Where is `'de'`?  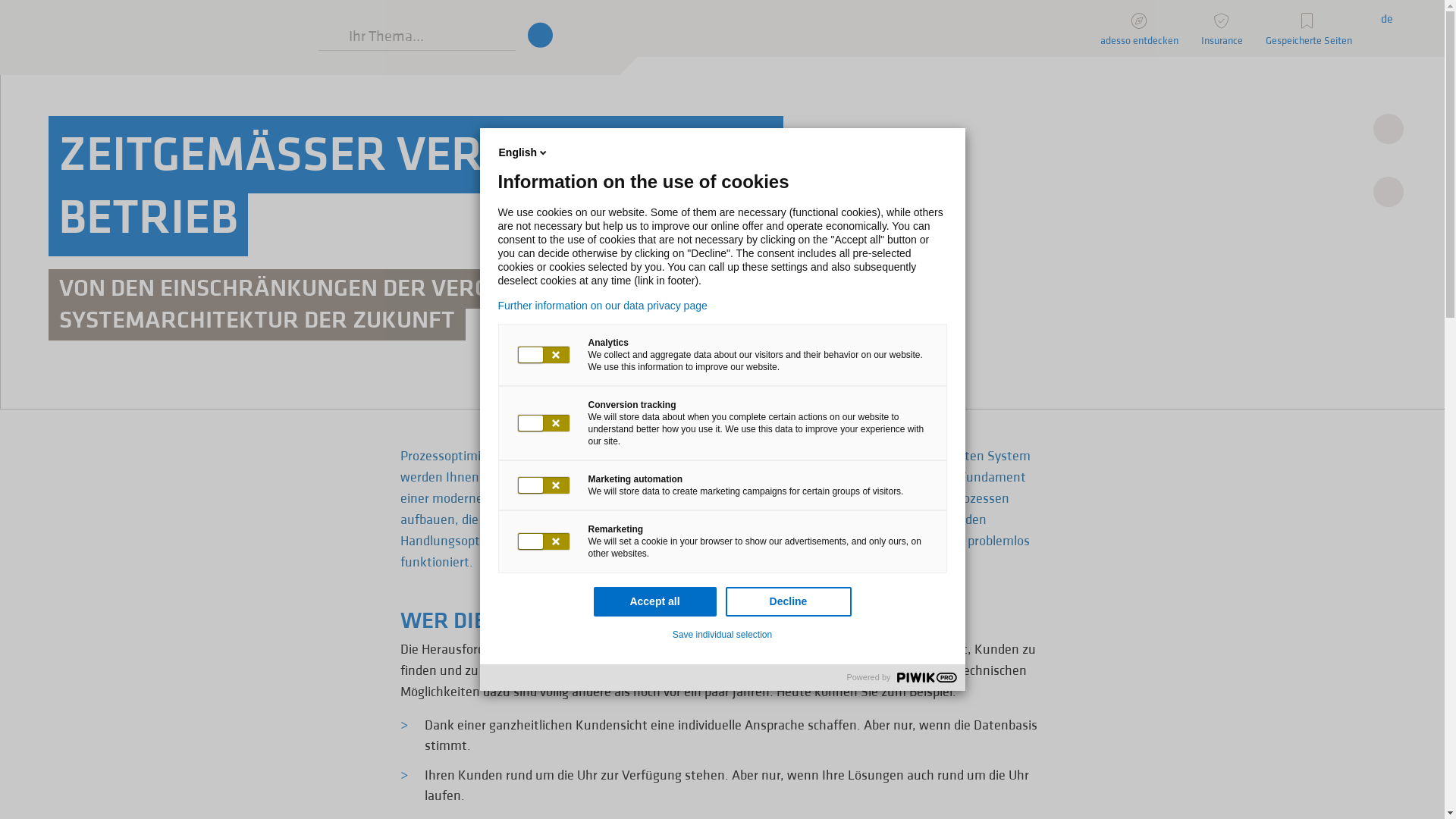 'de' is located at coordinates (1386, 17).